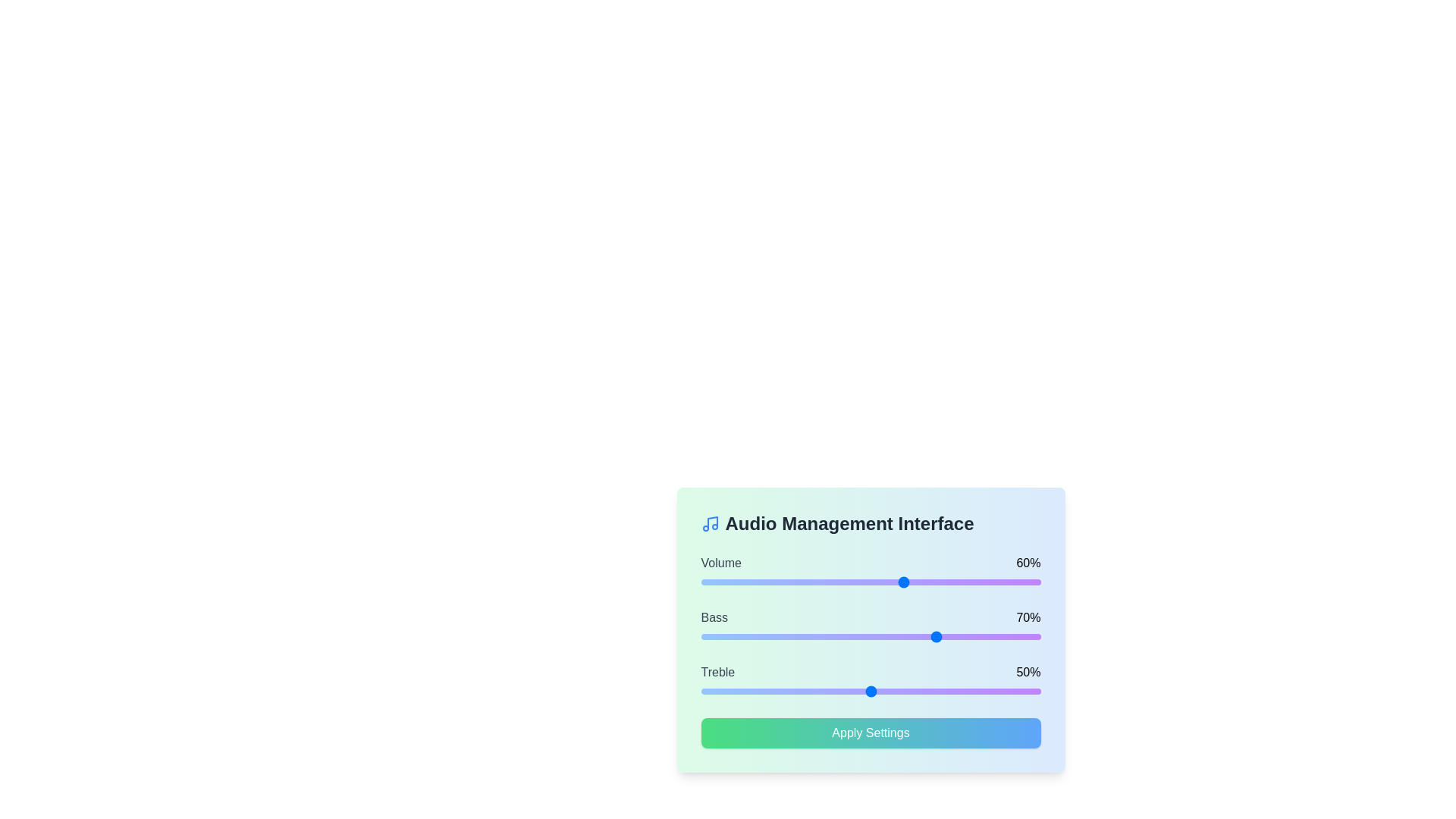 The image size is (1456, 819). What do you see at coordinates (871, 626) in the screenshot?
I see `the slider control for adjusting the bass level, currently set at 70%, located between the Volume and Treble controls` at bounding box center [871, 626].